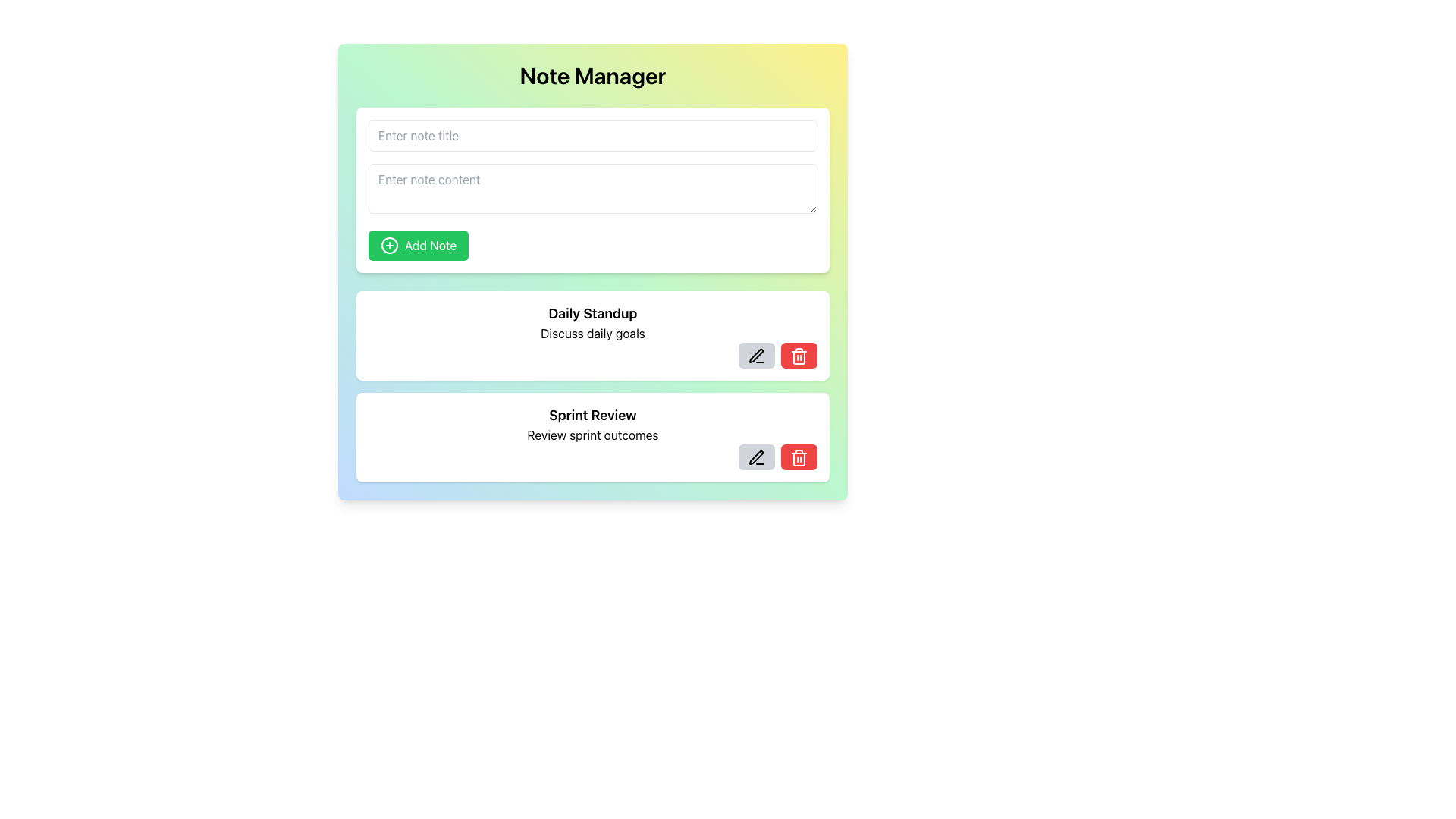  I want to click on the trash icon button with a red background located in the lower-right corner of the second list item, so click(799, 456).